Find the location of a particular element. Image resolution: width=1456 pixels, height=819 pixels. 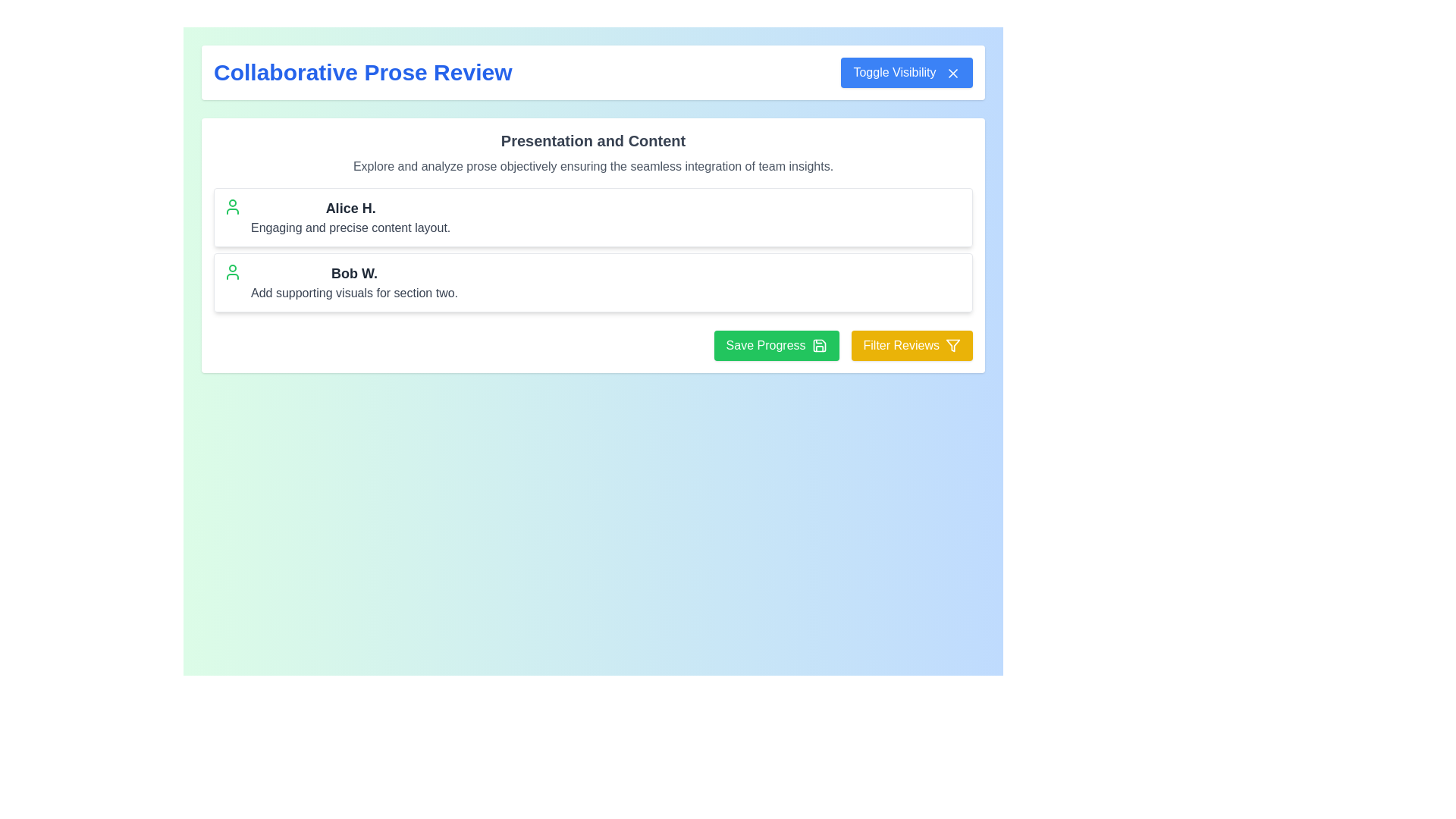

the diagonal cross-shaped icon located adjacent to the 'Toggle Visibility' button is located at coordinates (952, 73).